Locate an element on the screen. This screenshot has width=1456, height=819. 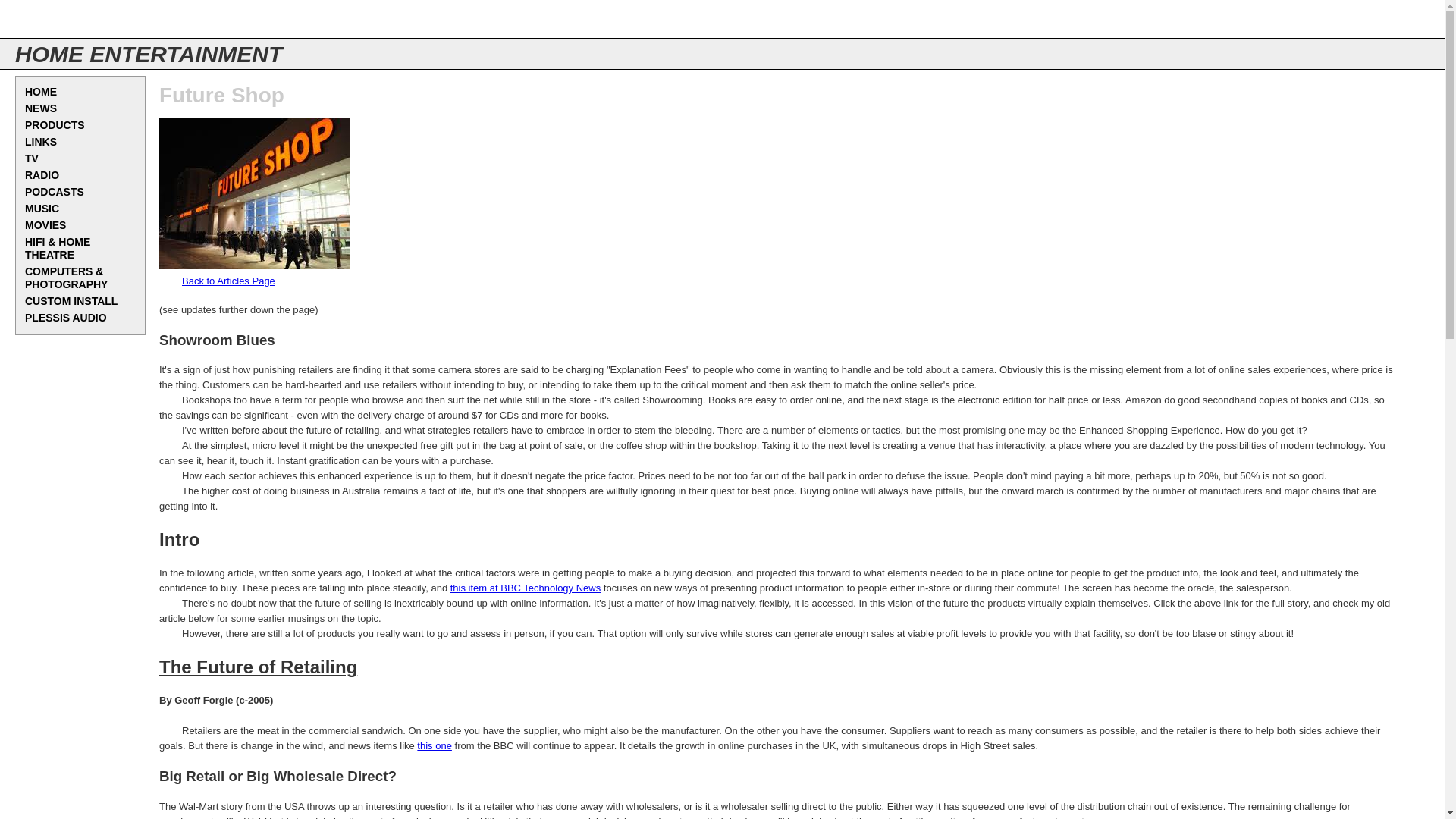
'HOME' is located at coordinates (79, 92).